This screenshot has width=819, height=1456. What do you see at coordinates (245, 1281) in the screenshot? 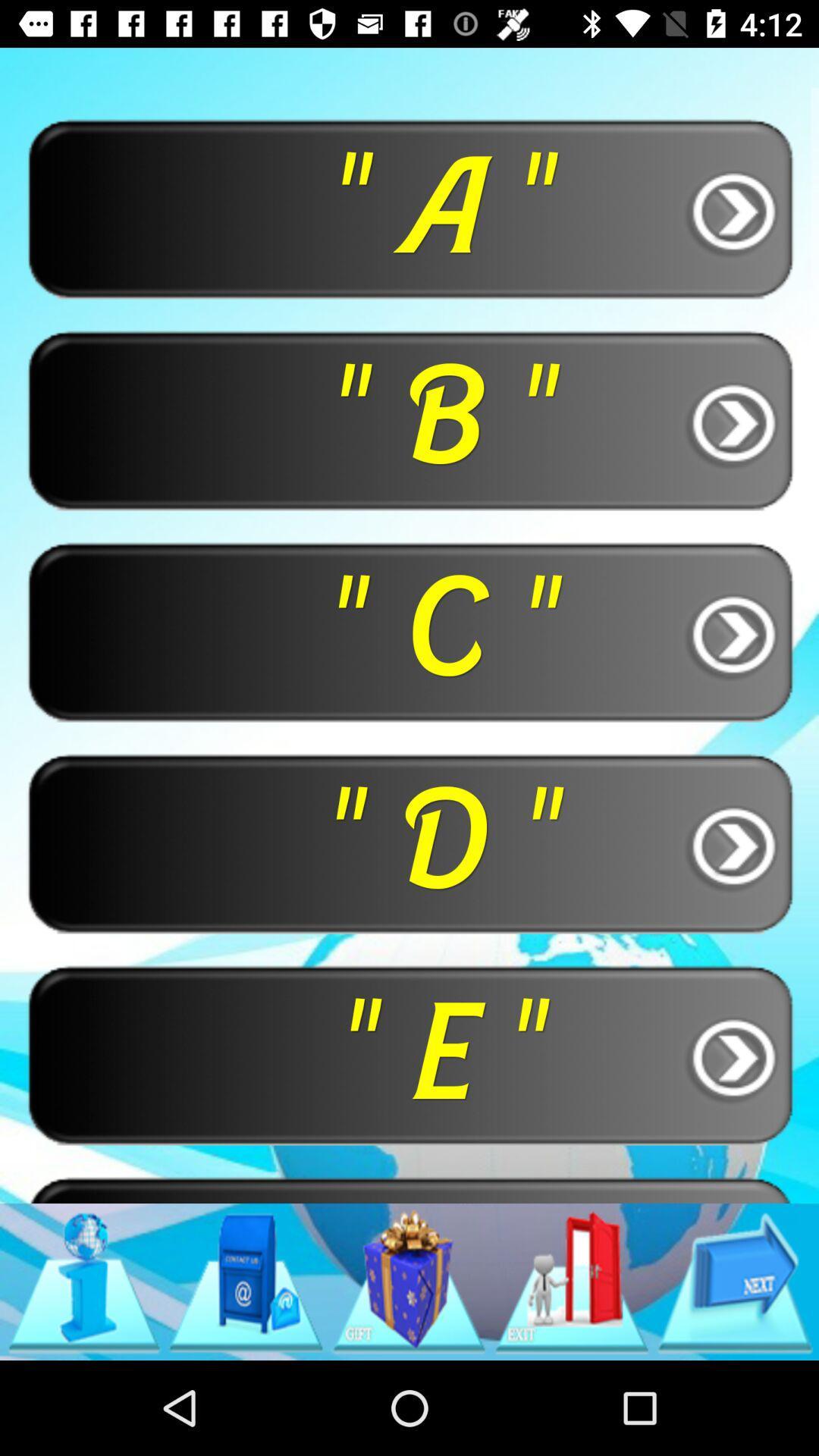
I see `email` at bounding box center [245, 1281].